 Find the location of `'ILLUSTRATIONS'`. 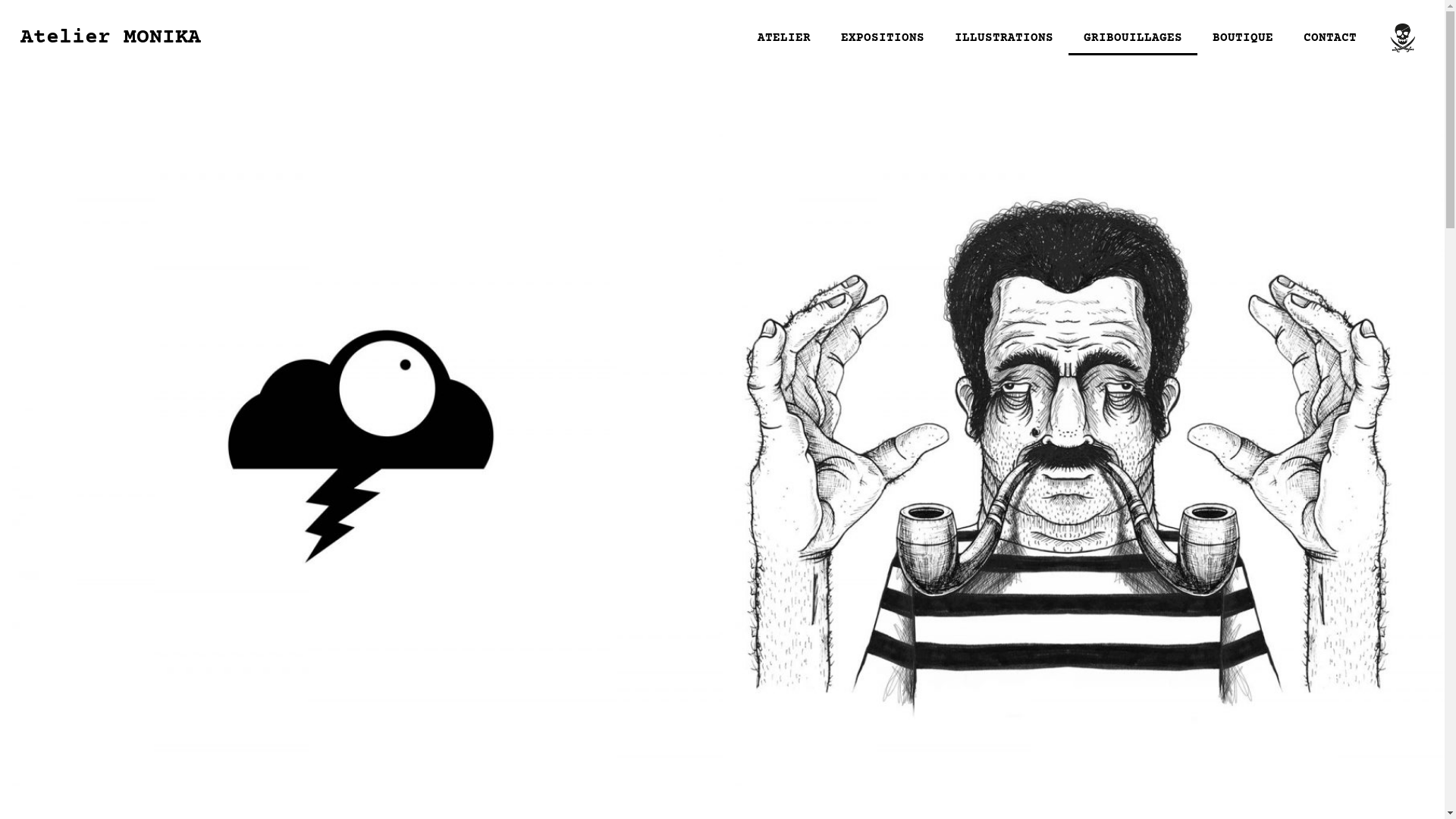

'ILLUSTRATIONS' is located at coordinates (1004, 37).